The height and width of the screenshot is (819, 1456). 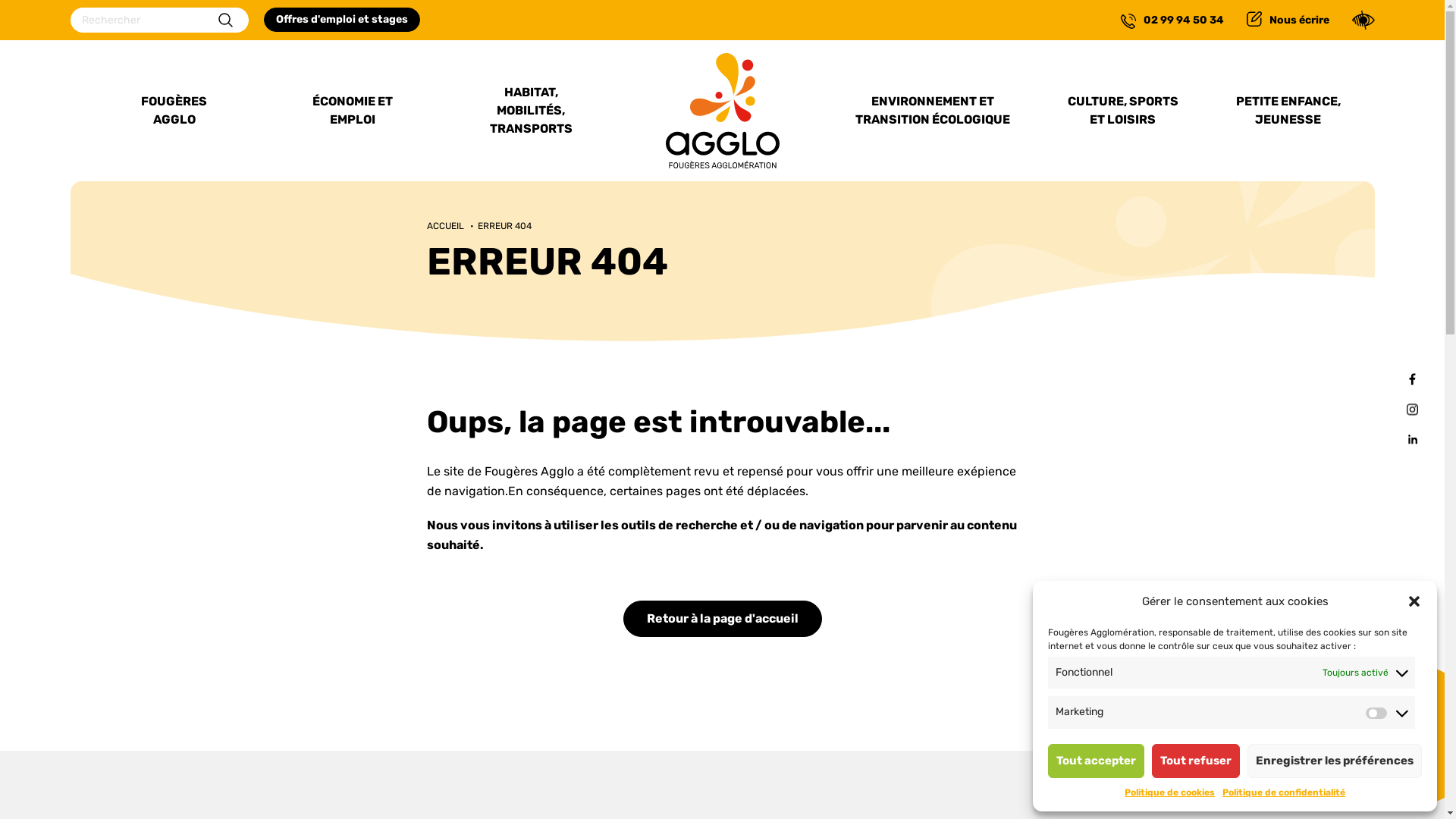 I want to click on 'Linkedin', so click(x=1411, y=440).